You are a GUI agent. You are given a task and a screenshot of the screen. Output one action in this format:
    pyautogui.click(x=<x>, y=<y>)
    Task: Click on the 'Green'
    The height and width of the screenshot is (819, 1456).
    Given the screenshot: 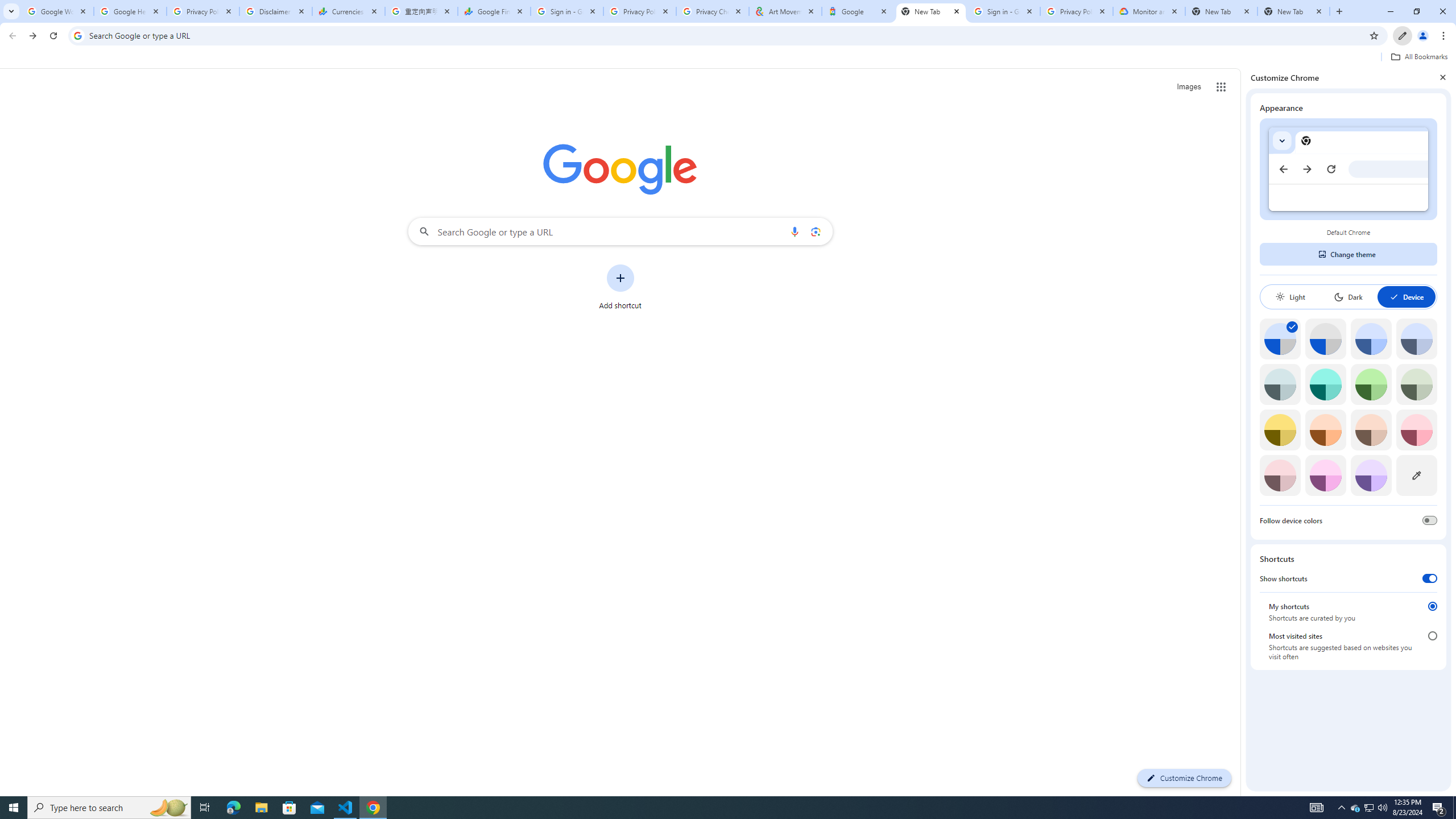 What is the action you would take?
    pyautogui.click(x=1371, y=383)
    